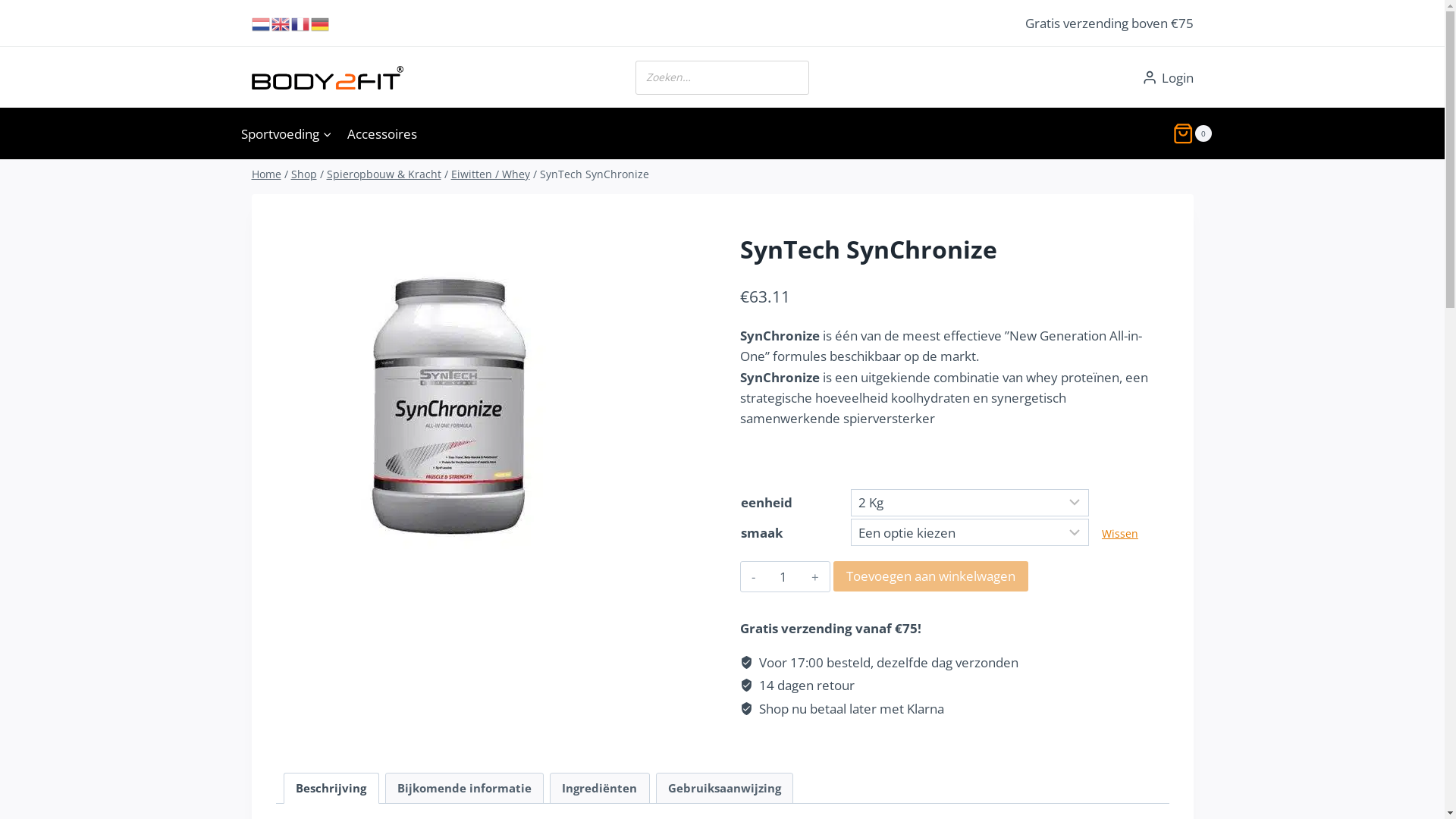 This screenshot has height=819, width=1456. What do you see at coordinates (325, 173) in the screenshot?
I see `'Spieropbouw & Kracht'` at bounding box center [325, 173].